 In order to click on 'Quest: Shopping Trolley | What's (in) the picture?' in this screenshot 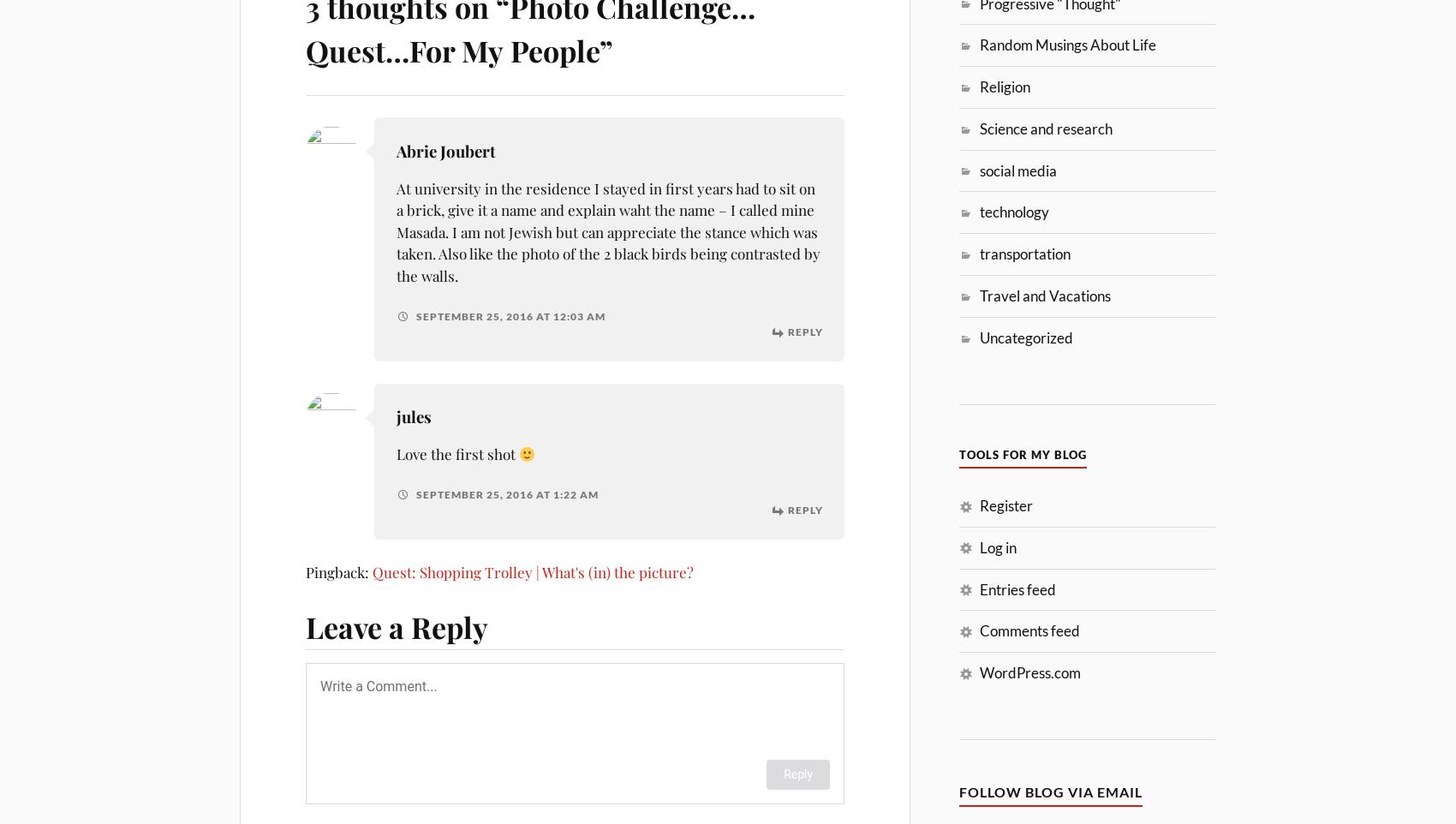, I will do `click(373, 570)`.